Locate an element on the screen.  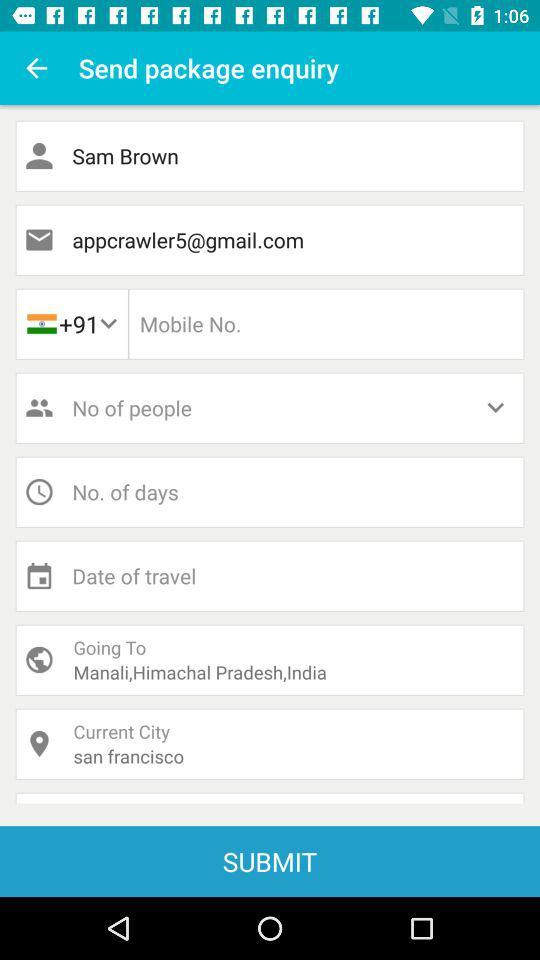
icon to the left of the send package enquiry is located at coordinates (36, 68).